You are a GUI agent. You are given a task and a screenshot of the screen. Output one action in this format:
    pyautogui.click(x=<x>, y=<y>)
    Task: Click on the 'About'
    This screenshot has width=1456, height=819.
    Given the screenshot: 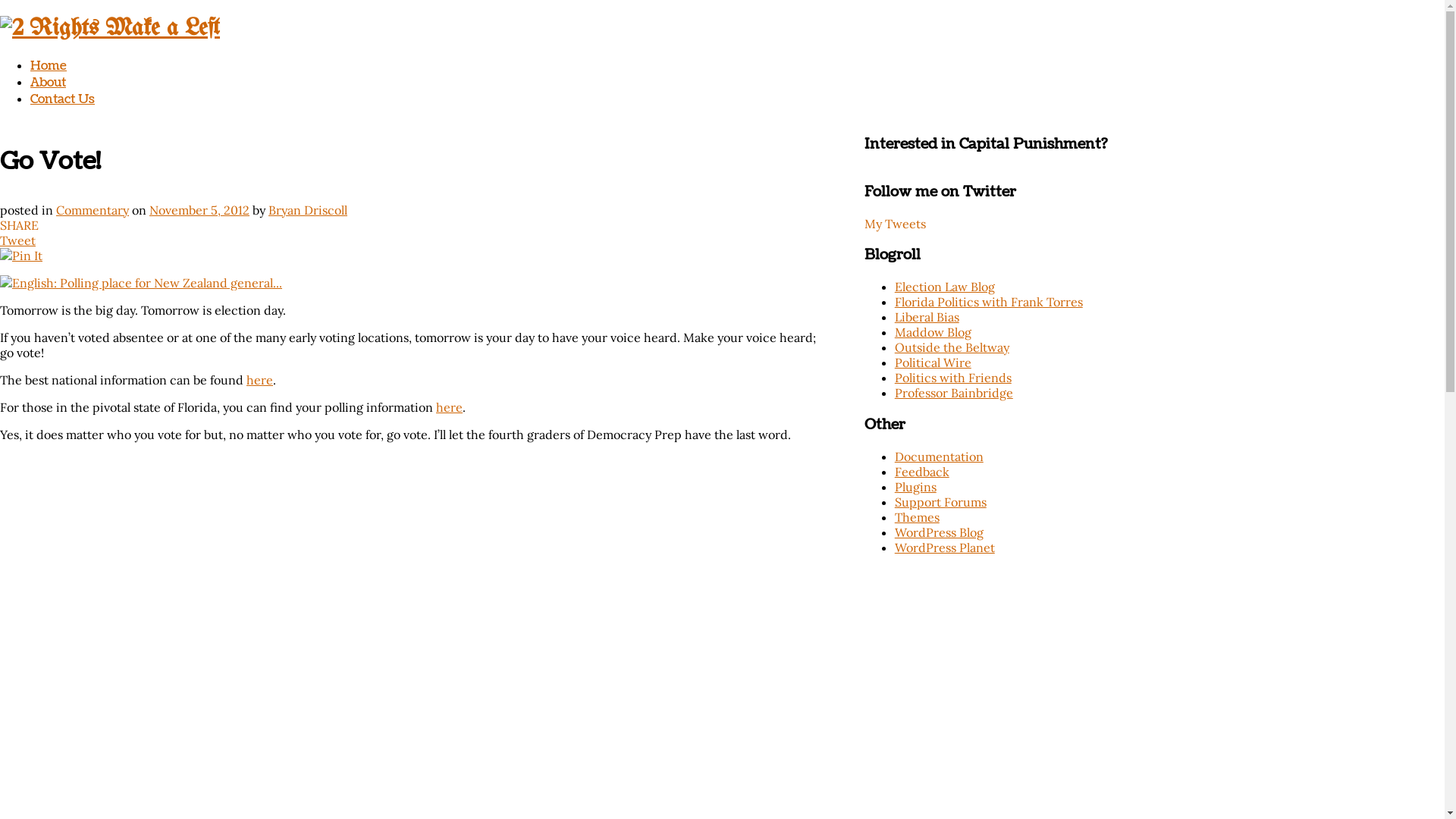 What is the action you would take?
    pyautogui.click(x=48, y=82)
    